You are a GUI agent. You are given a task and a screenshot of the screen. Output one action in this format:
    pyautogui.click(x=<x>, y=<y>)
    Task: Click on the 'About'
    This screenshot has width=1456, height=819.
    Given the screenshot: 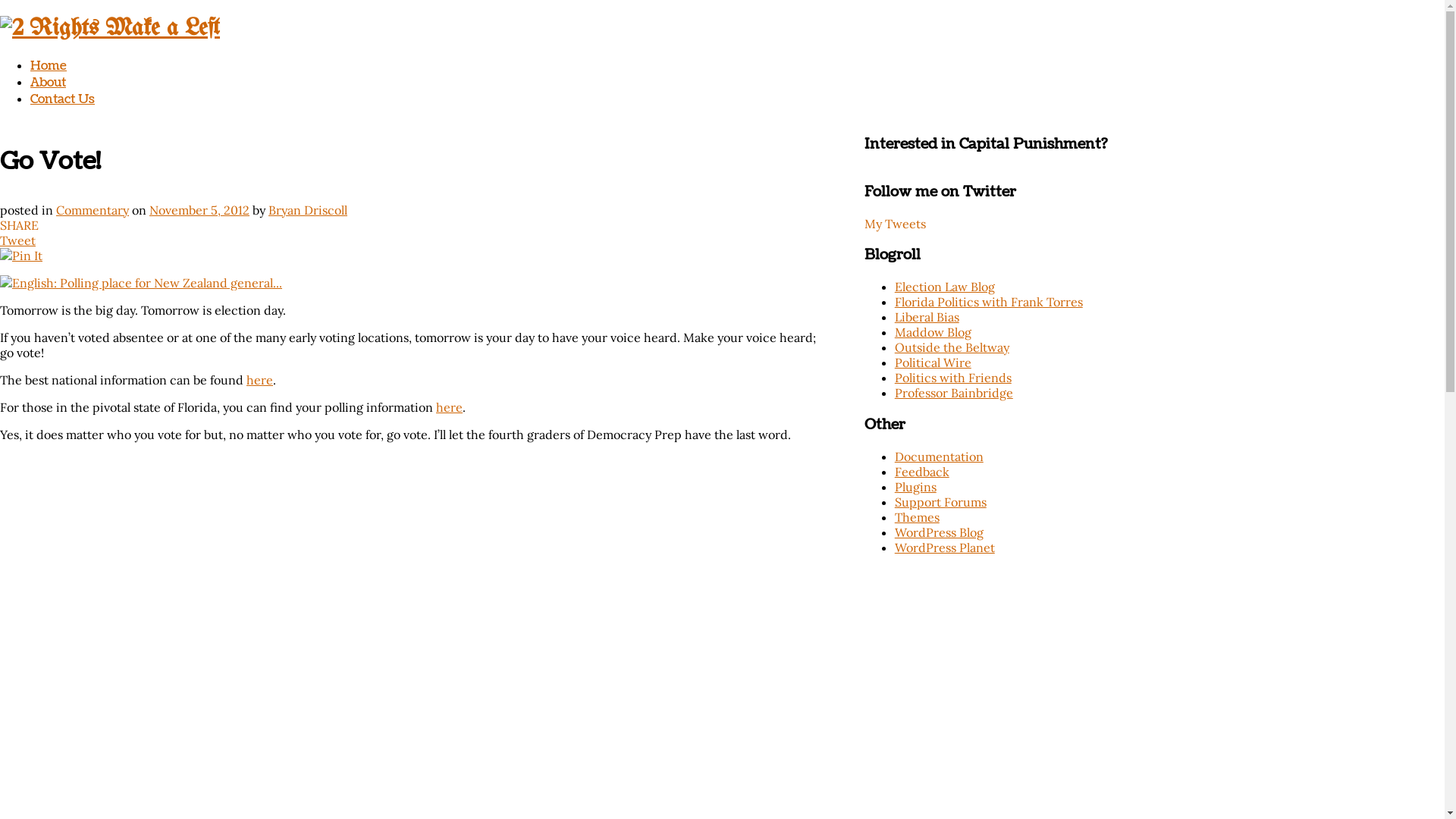 What is the action you would take?
    pyautogui.click(x=48, y=82)
    